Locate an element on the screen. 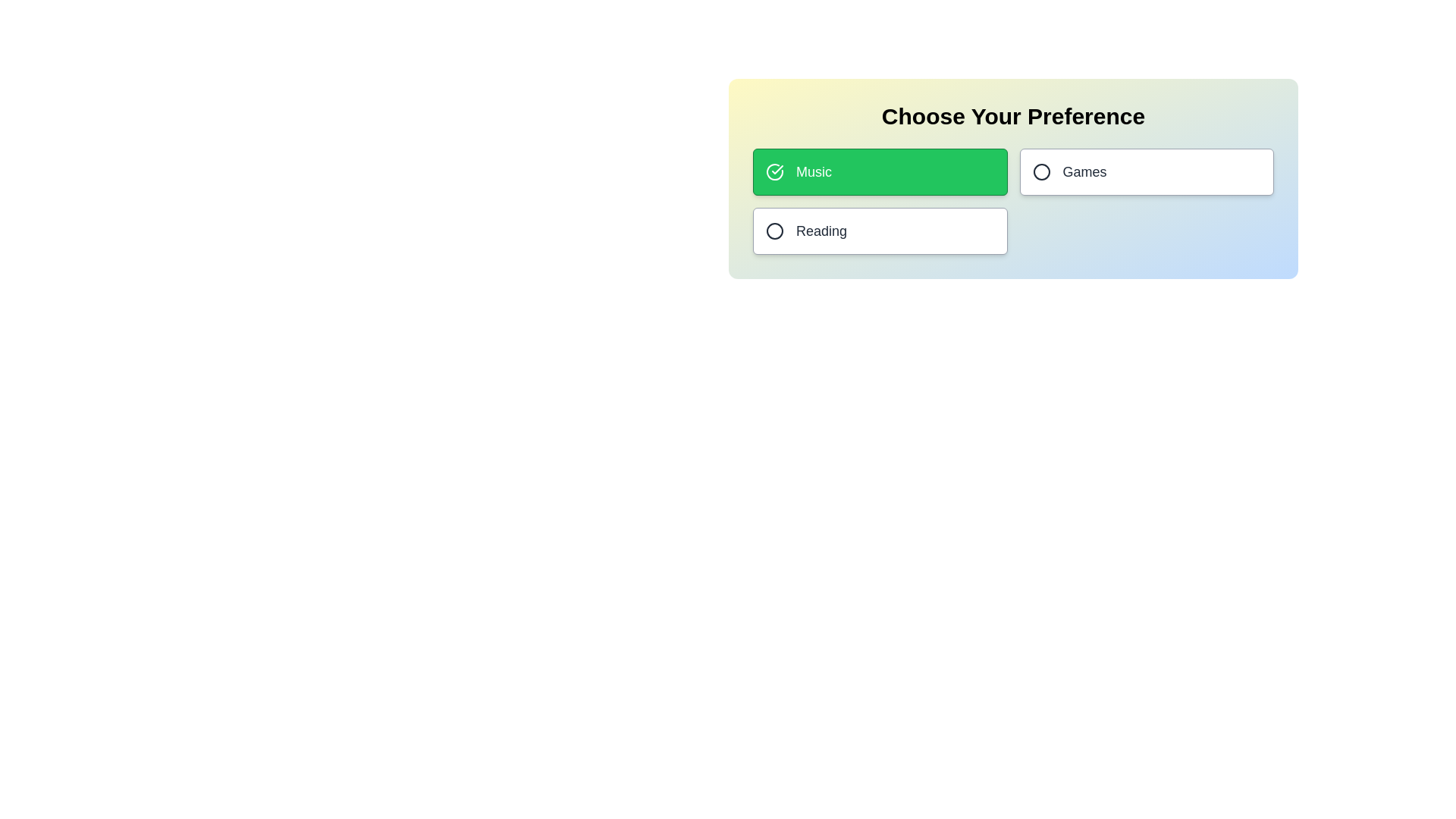 This screenshot has height=819, width=1456. the circular SVG graphical element located within the 'Games' button is located at coordinates (1040, 171).